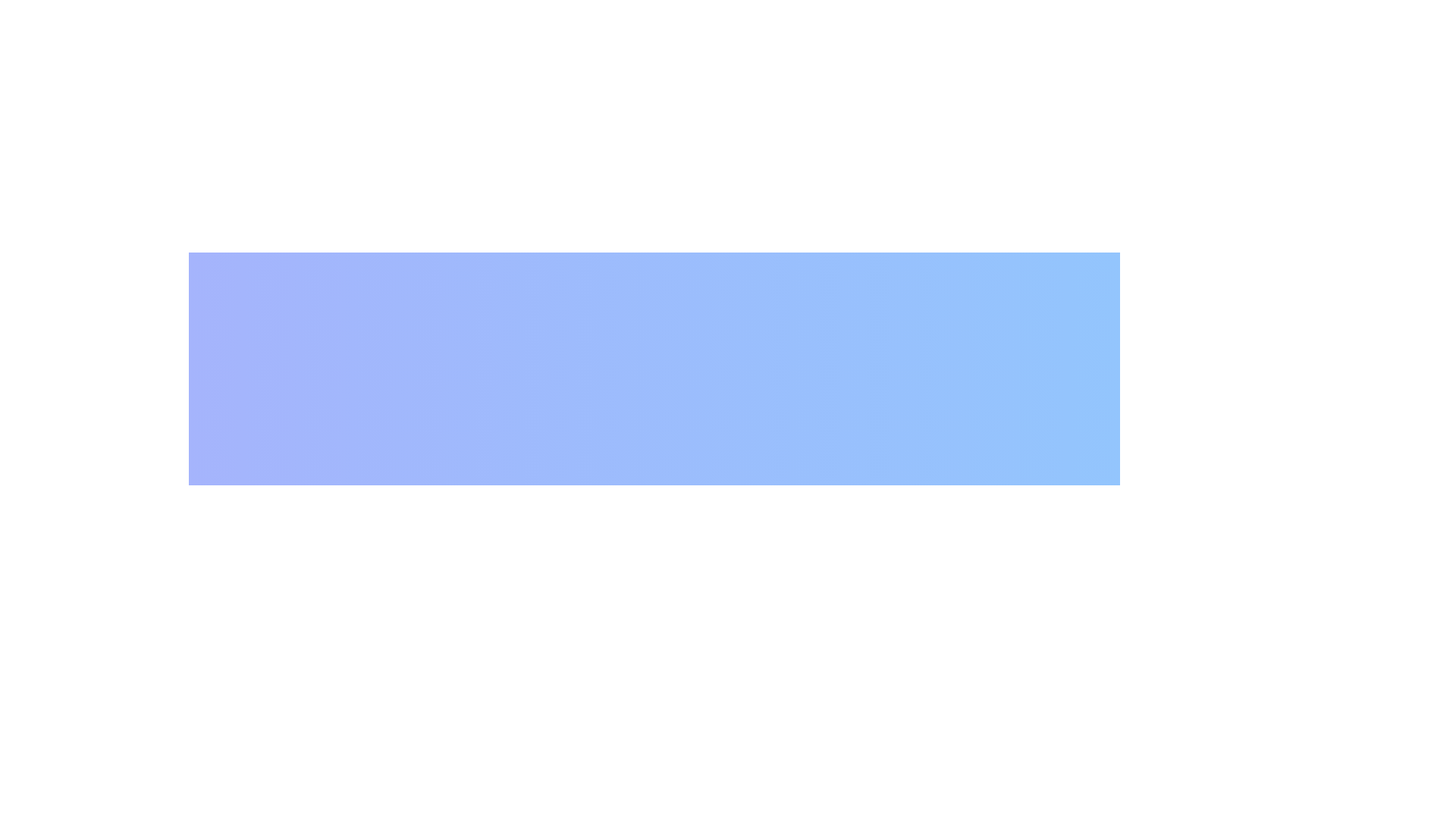 This screenshot has height=819, width=1456. I want to click on Text Label that describes the color code located below the circular red area in the centered column layout, so click(532, 764).